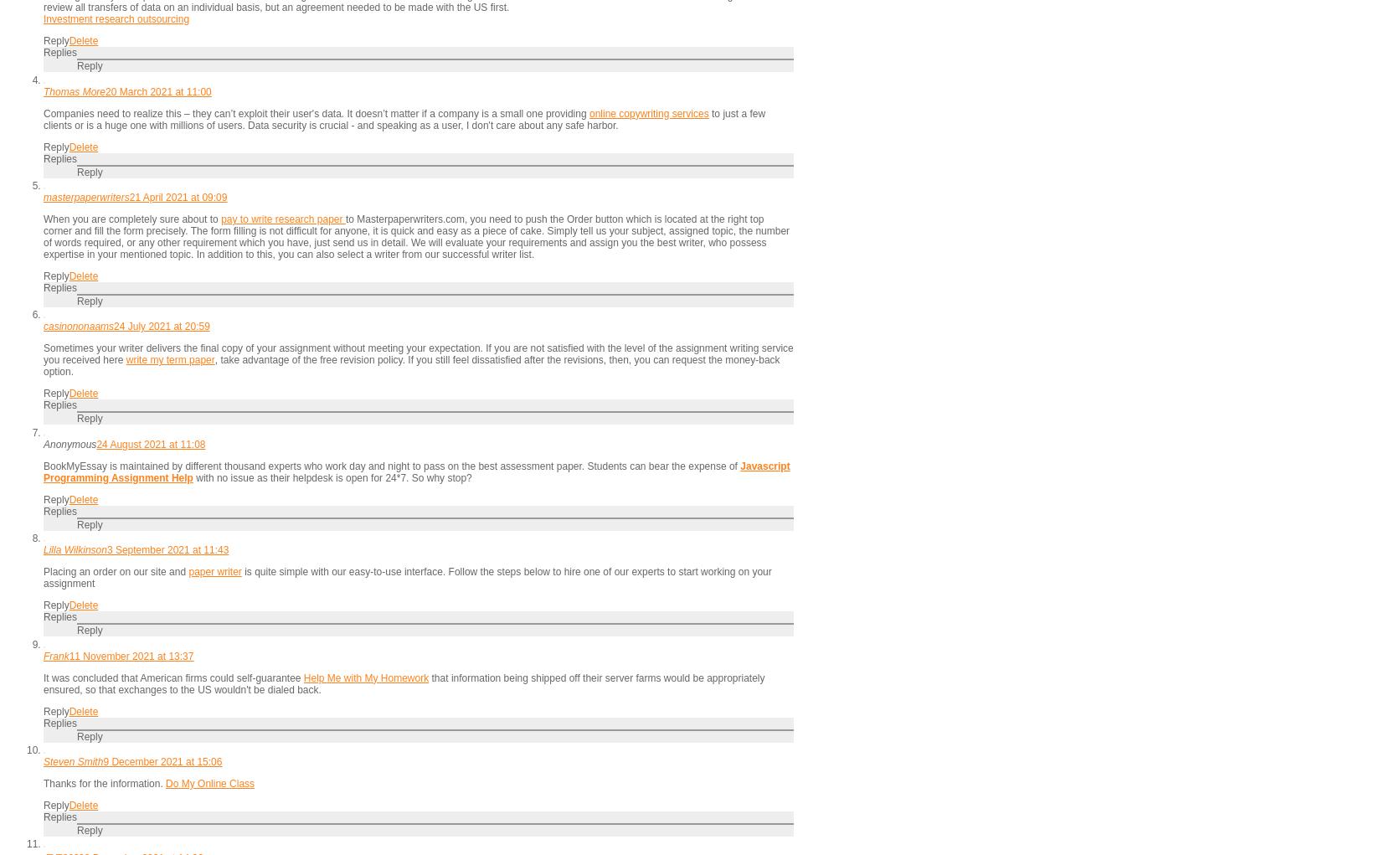  Describe the element at coordinates (150, 444) in the screenshot. I see `'24 August 2021 at 11:08'` at that location.